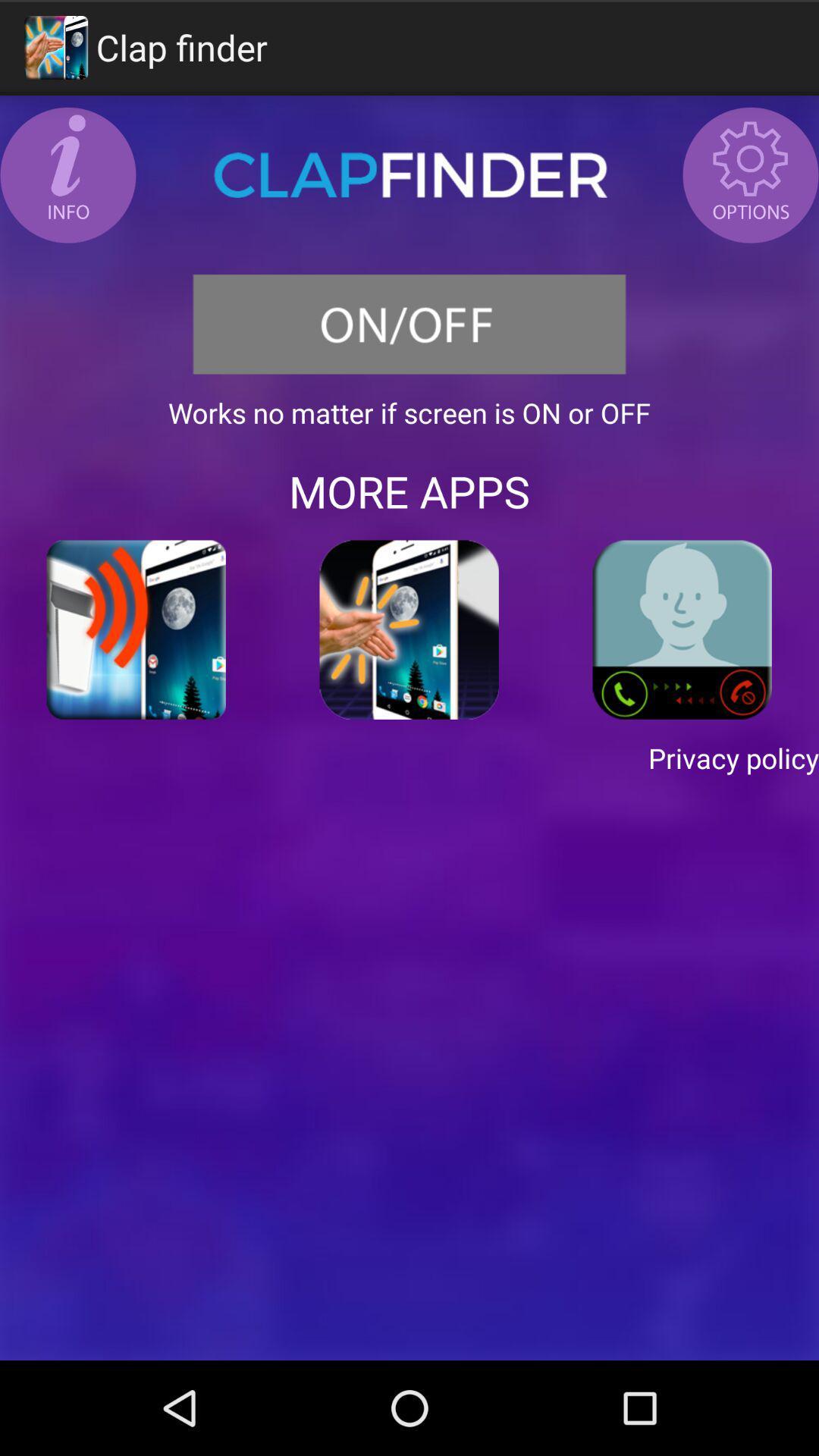 The height and width of the screenshot is (1456, 819). What do you see at coordinates (681, 629) in the screenshot?
I see `icon on the right` at bounding box center [681, 629].